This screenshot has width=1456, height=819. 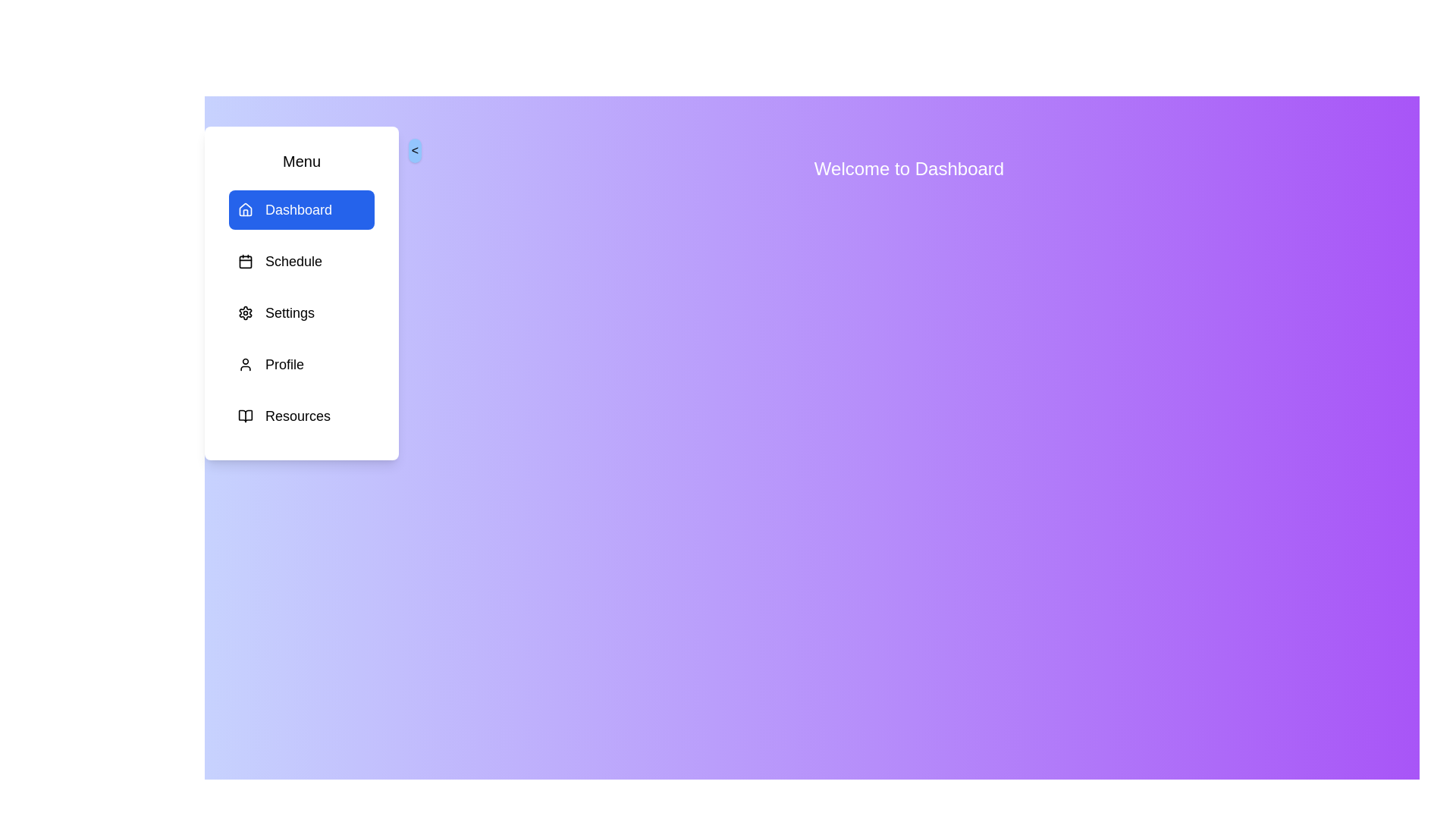 What do you see at coordinates (302, 365) in the screenshot?
I see `the menu item Profile to observe its hover effect` at bounding box center [302, 365].